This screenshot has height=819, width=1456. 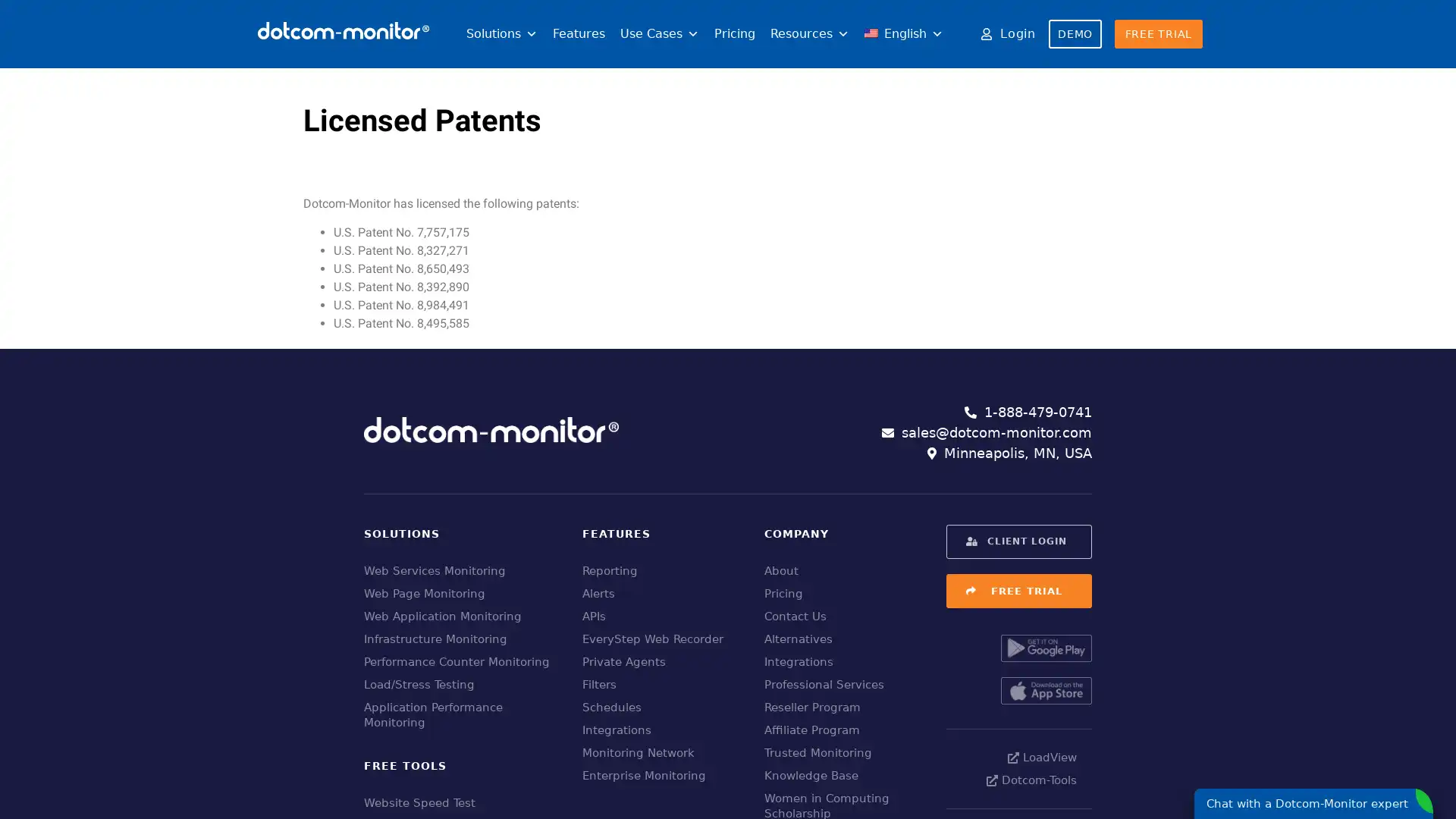 I want to click on CLIENT LOGIN, so click(x=1019, y=540).